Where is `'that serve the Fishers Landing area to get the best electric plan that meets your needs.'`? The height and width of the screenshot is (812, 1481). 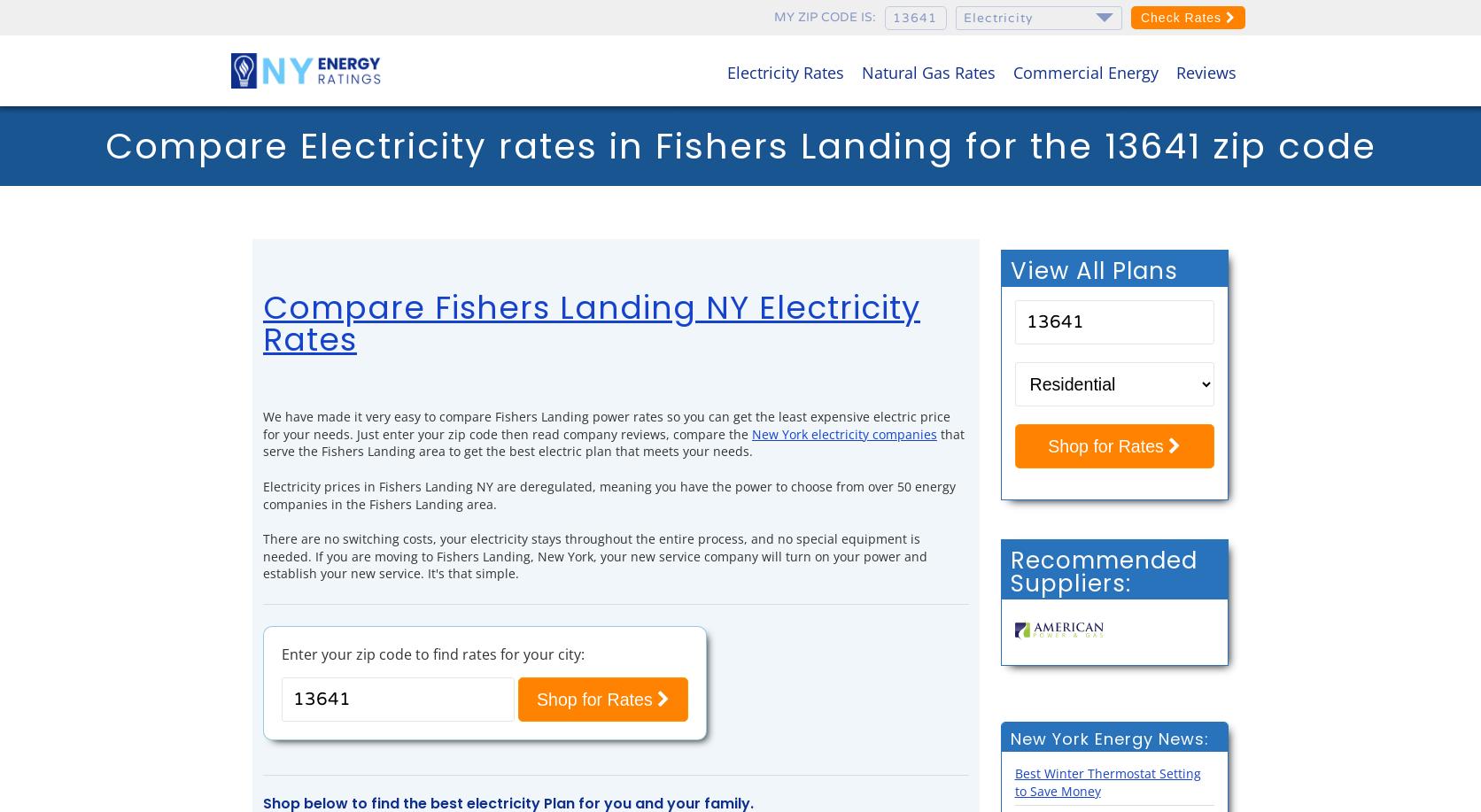
'that serve the Fishers Landing area to get the best electric plan that meets your needs.' is located at coordinates (614, 441).